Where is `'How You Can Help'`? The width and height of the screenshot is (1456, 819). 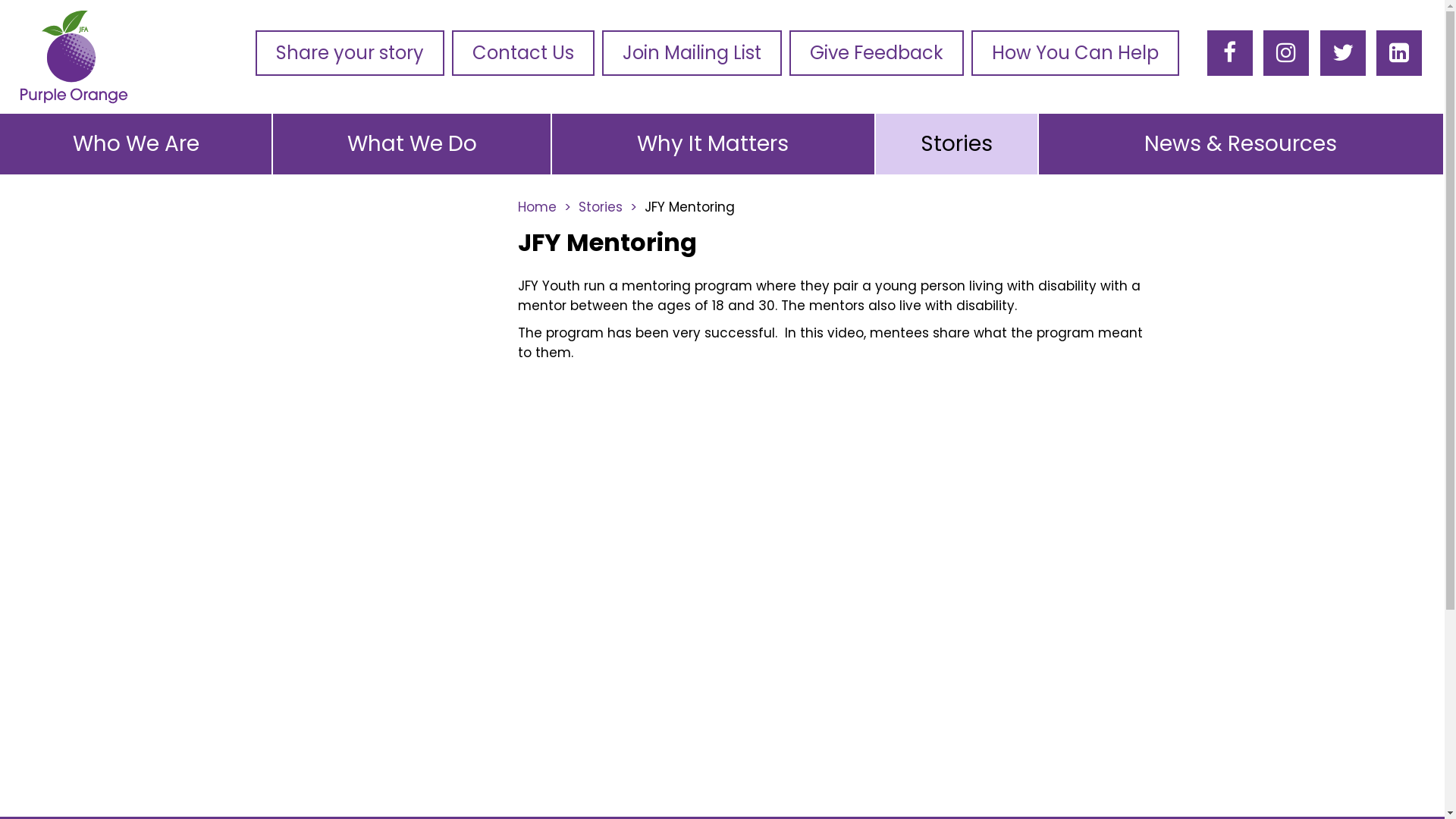 'How You Can Help' is located at coordinates (1074, 52).